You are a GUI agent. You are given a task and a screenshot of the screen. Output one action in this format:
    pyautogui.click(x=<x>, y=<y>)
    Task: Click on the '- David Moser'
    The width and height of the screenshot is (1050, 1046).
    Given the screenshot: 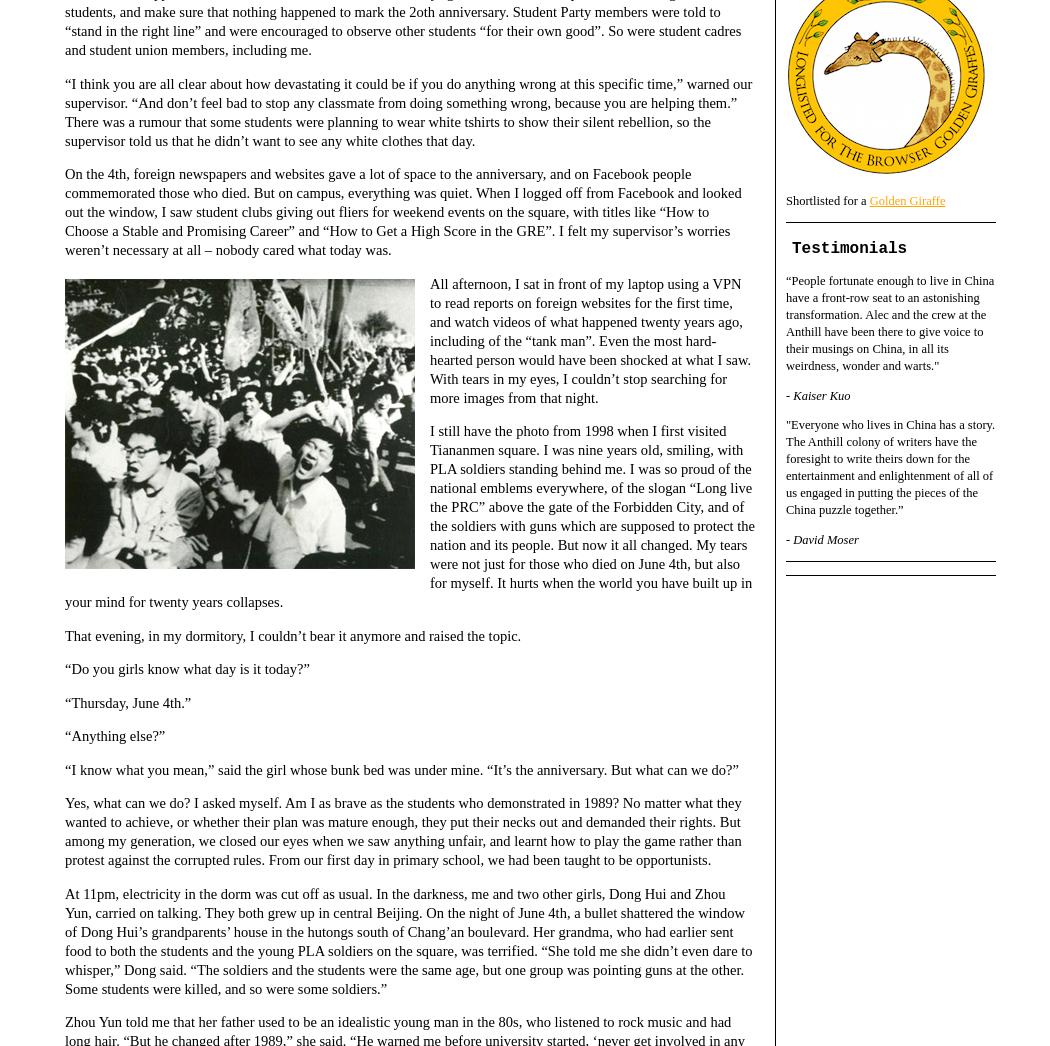 What is the action you would take?
    pyautogui.click(x=786, y=538)
    